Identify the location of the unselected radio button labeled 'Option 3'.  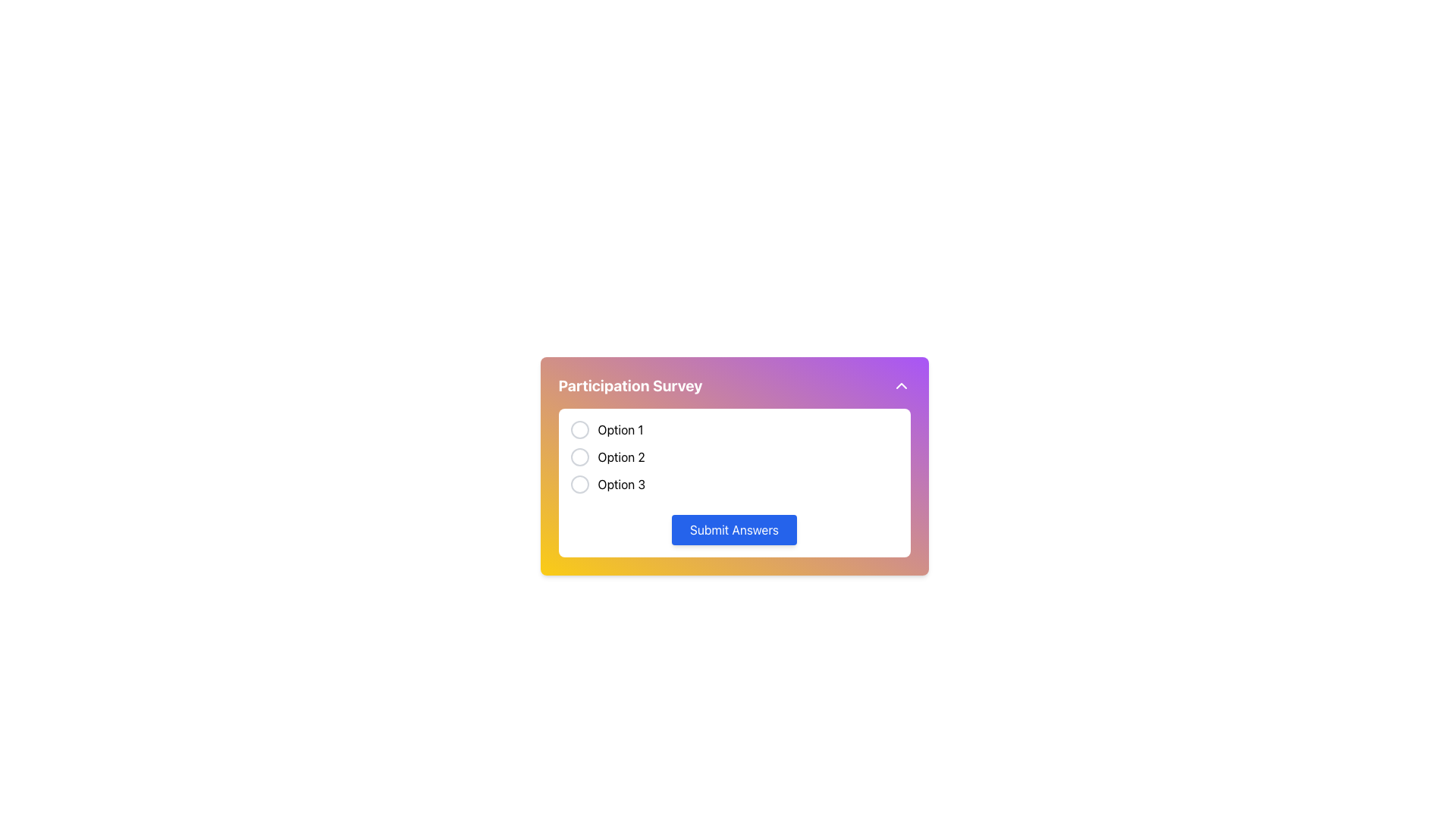
(734, 485).